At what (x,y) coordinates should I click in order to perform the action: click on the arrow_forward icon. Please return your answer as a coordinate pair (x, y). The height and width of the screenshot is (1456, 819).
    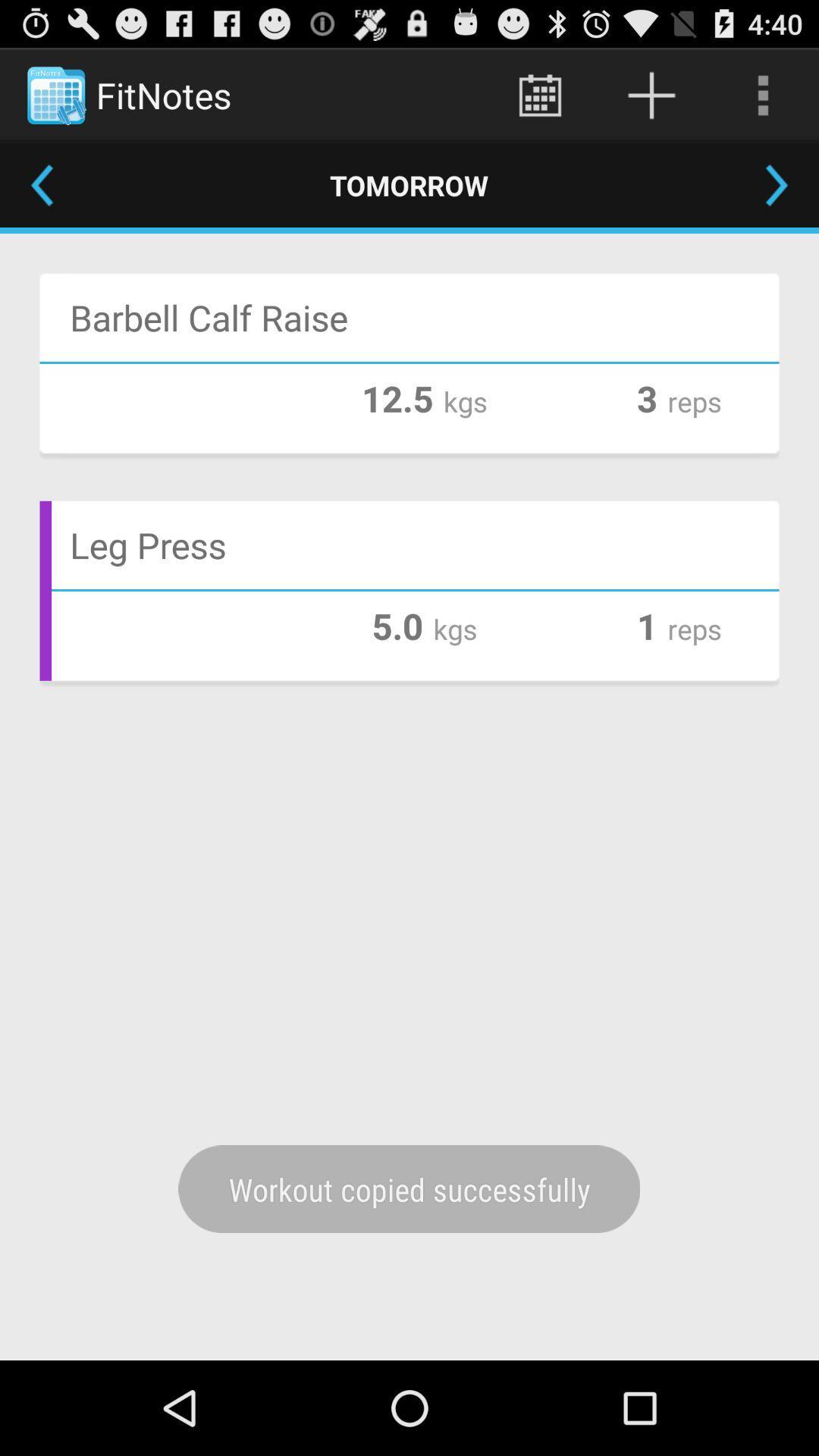
    Looking at the image, I should click on (777, 197).